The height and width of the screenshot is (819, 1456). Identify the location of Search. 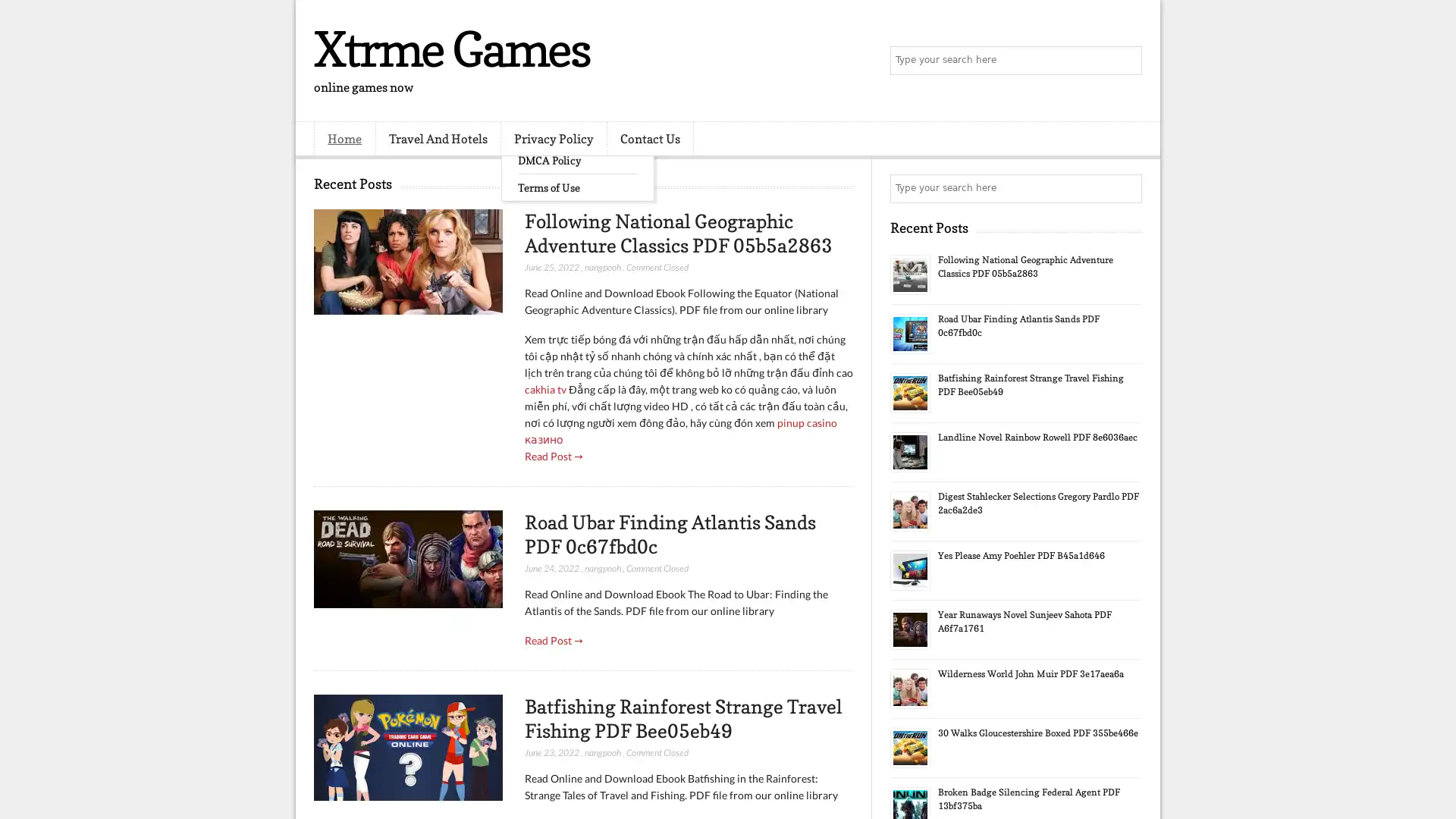
(1126, 61).